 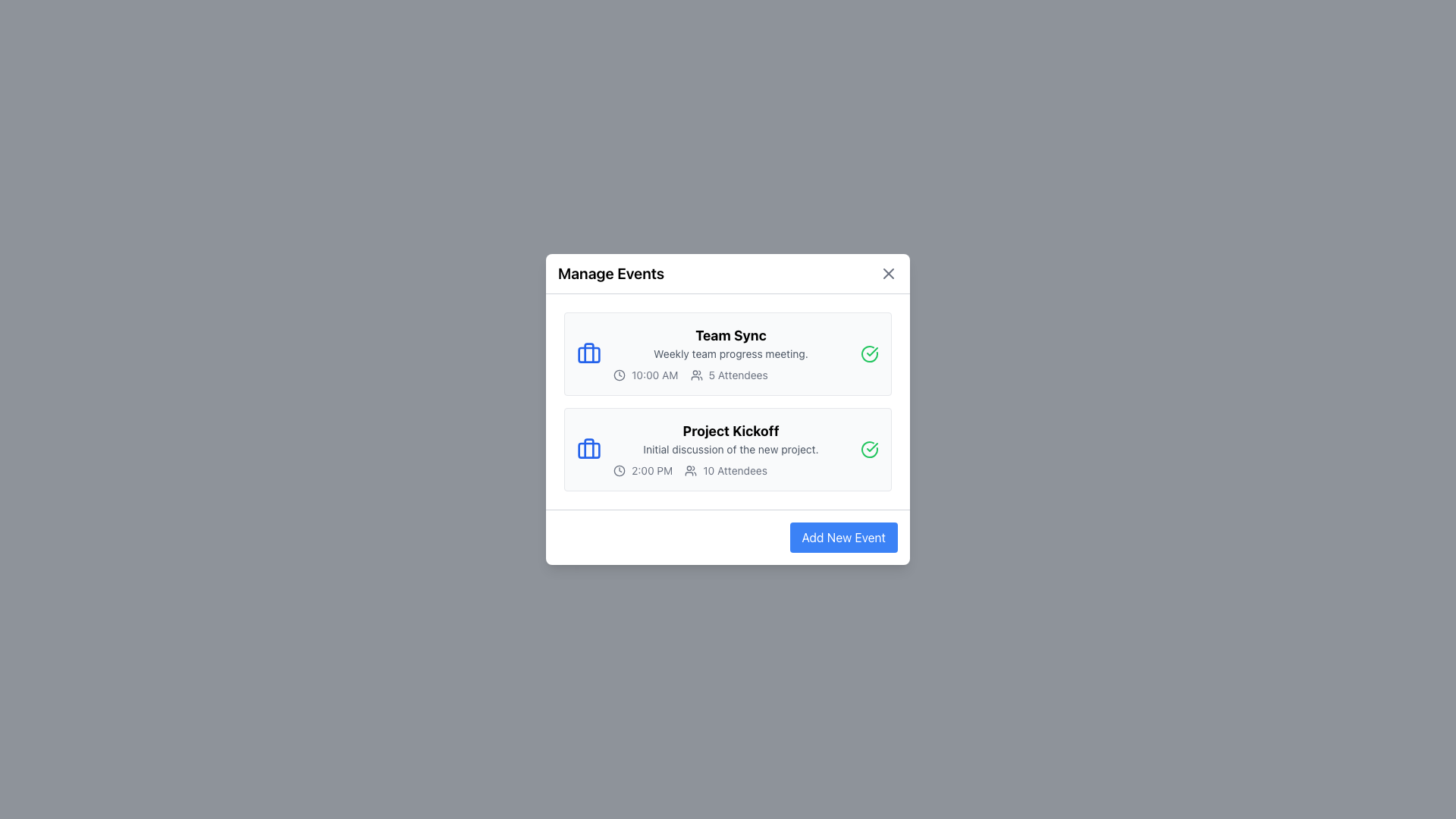 I want to click on the Vector Graphic Icon indicating the completion or approval status of the 'Team Sync' event, located at the top-right corner of the card layout, so click(x=872, y=447).